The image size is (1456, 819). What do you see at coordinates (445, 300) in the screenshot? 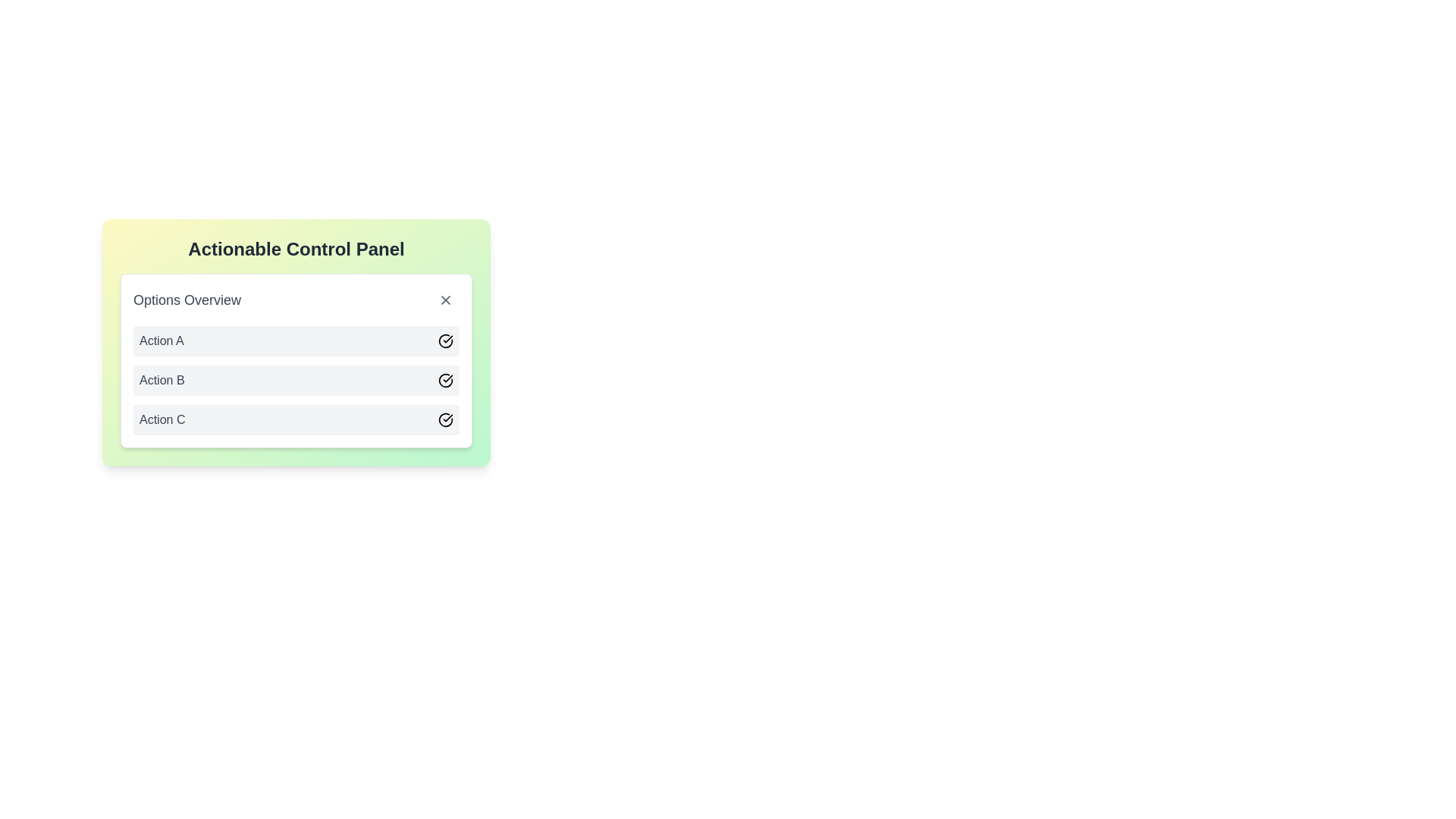
I see `the close button located in the top-right corner of the 'Options Overview' section to hide or remove it` at bounding box center [445, 300].